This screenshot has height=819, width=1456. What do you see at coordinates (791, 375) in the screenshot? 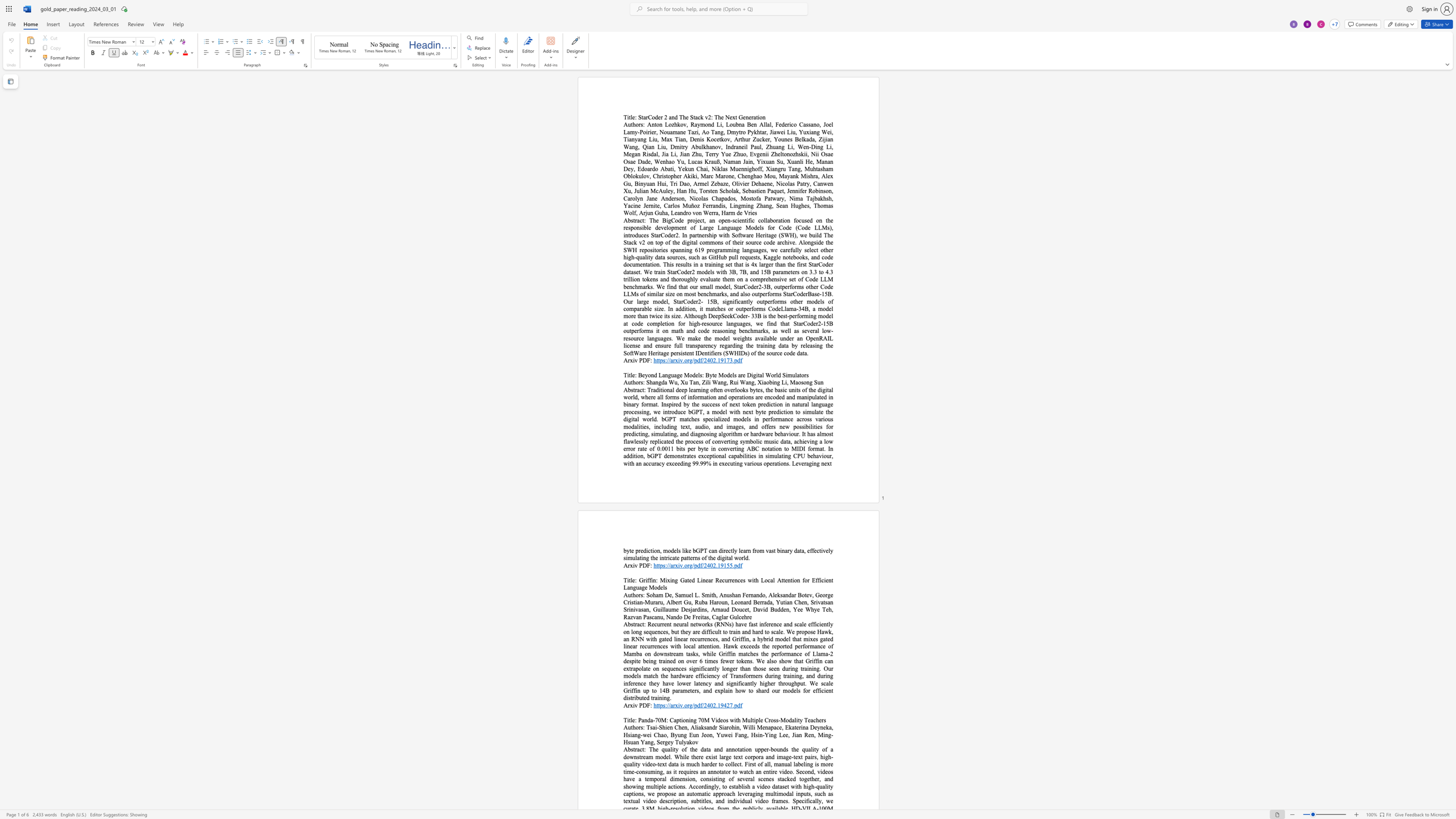
I see `the space between the continuous character "m" and "u" in the text` at bounding box center [791, 375].